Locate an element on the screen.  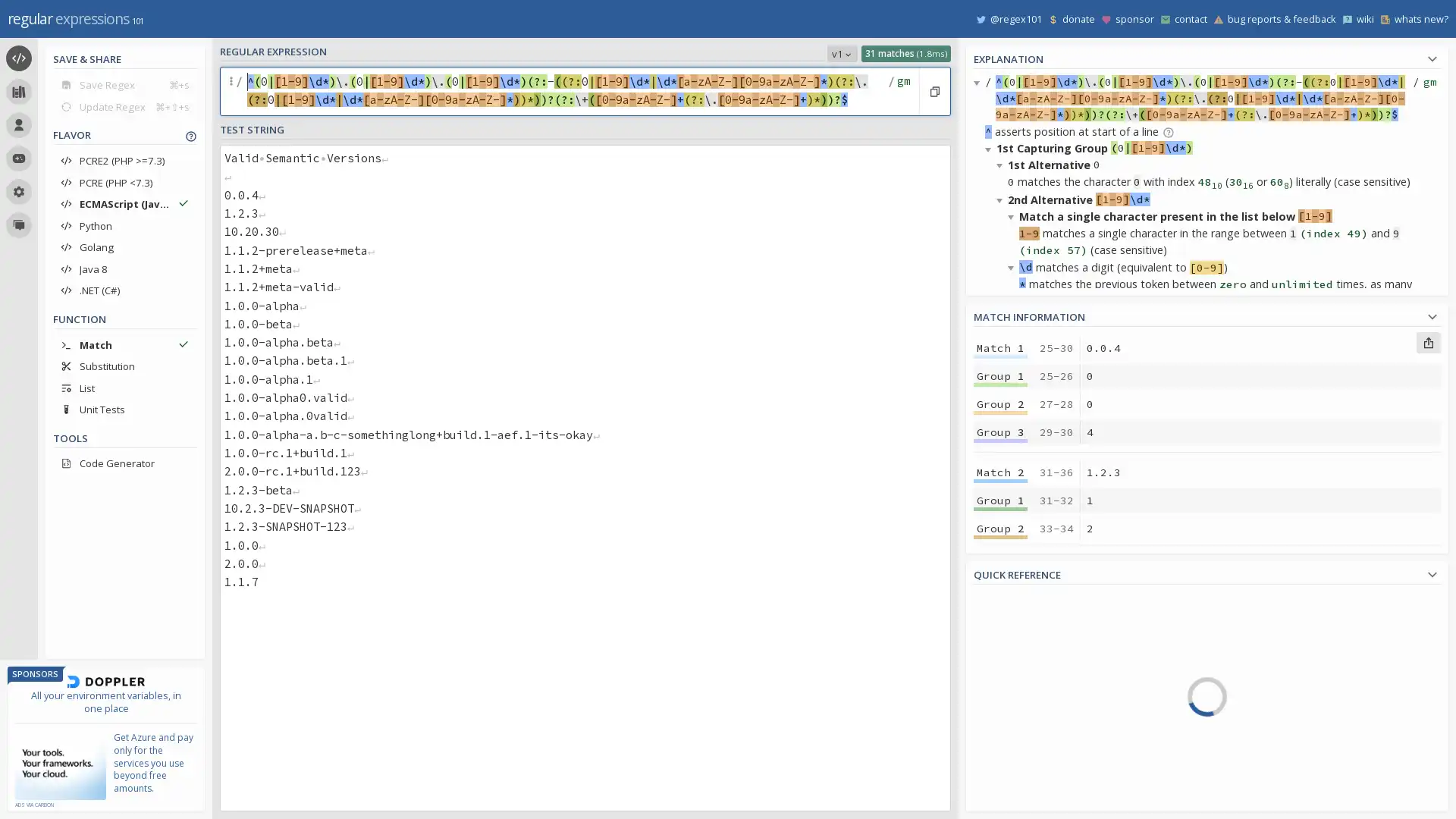
Collapse Subtree is located at coordinates (990, 149).